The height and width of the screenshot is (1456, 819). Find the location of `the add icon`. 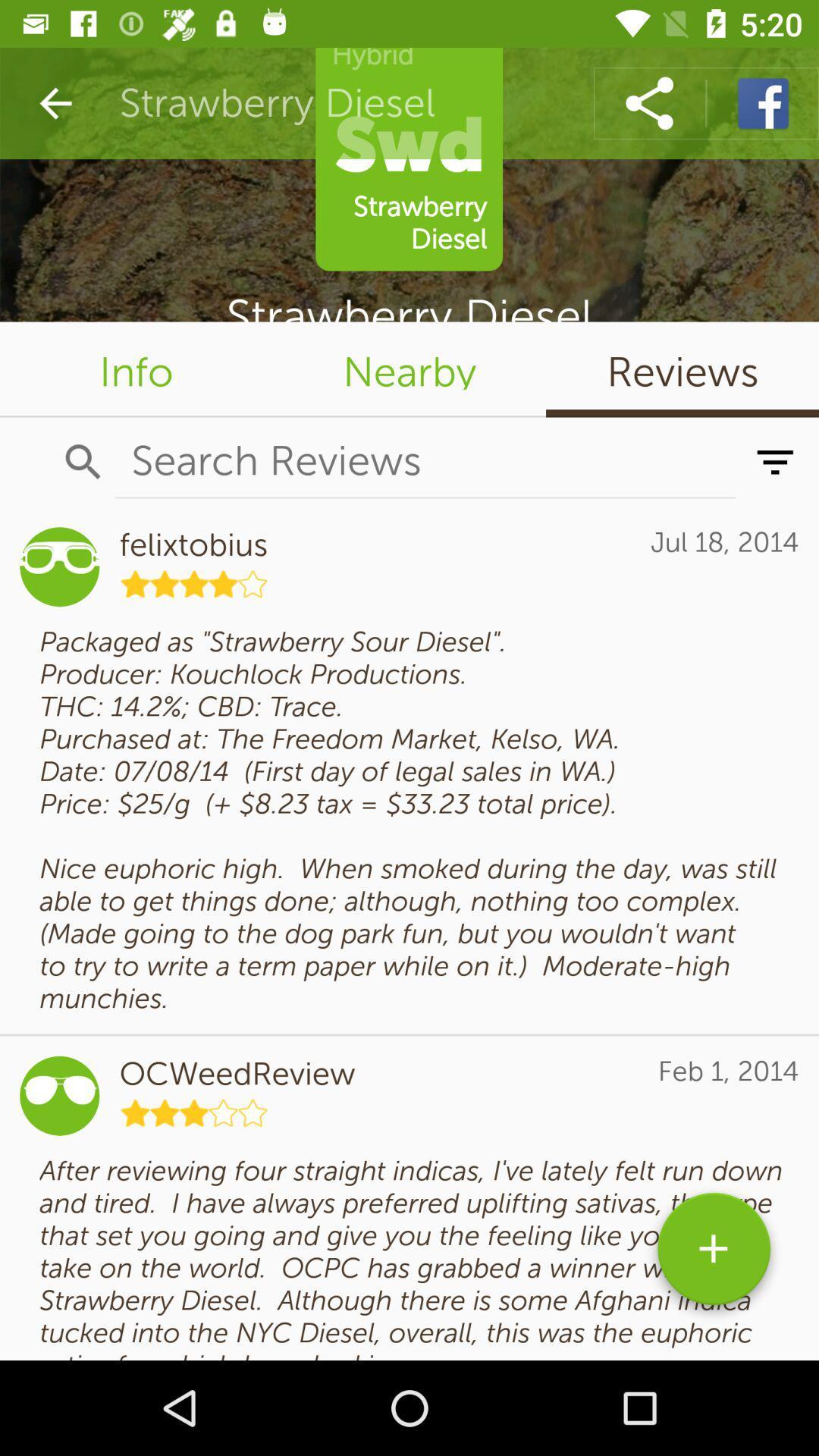

the add icon is located at coordinates (714, 1254).